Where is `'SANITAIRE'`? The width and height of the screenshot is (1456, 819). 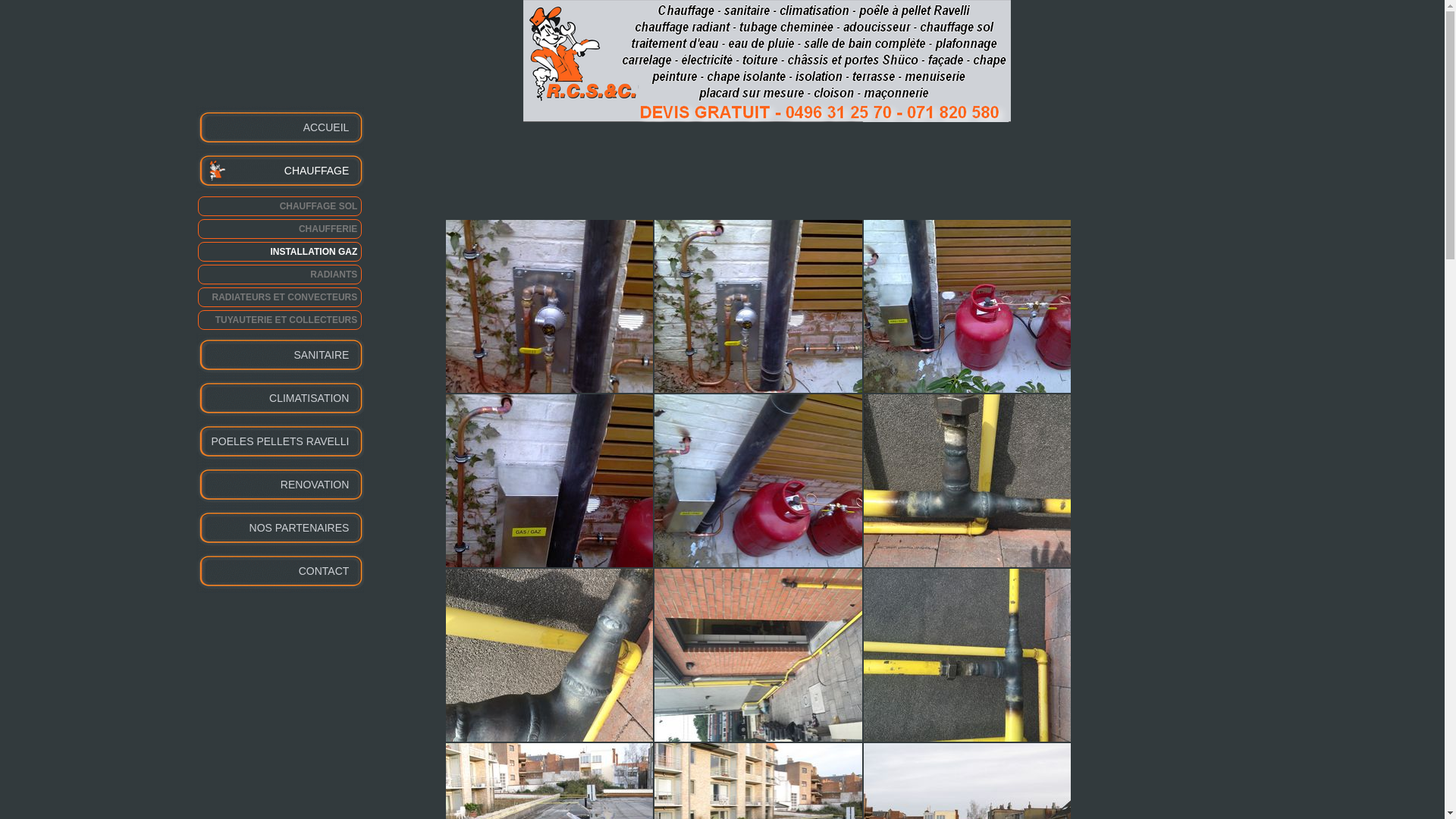 'SANITAIRE' is located at coordinates (280, 355).